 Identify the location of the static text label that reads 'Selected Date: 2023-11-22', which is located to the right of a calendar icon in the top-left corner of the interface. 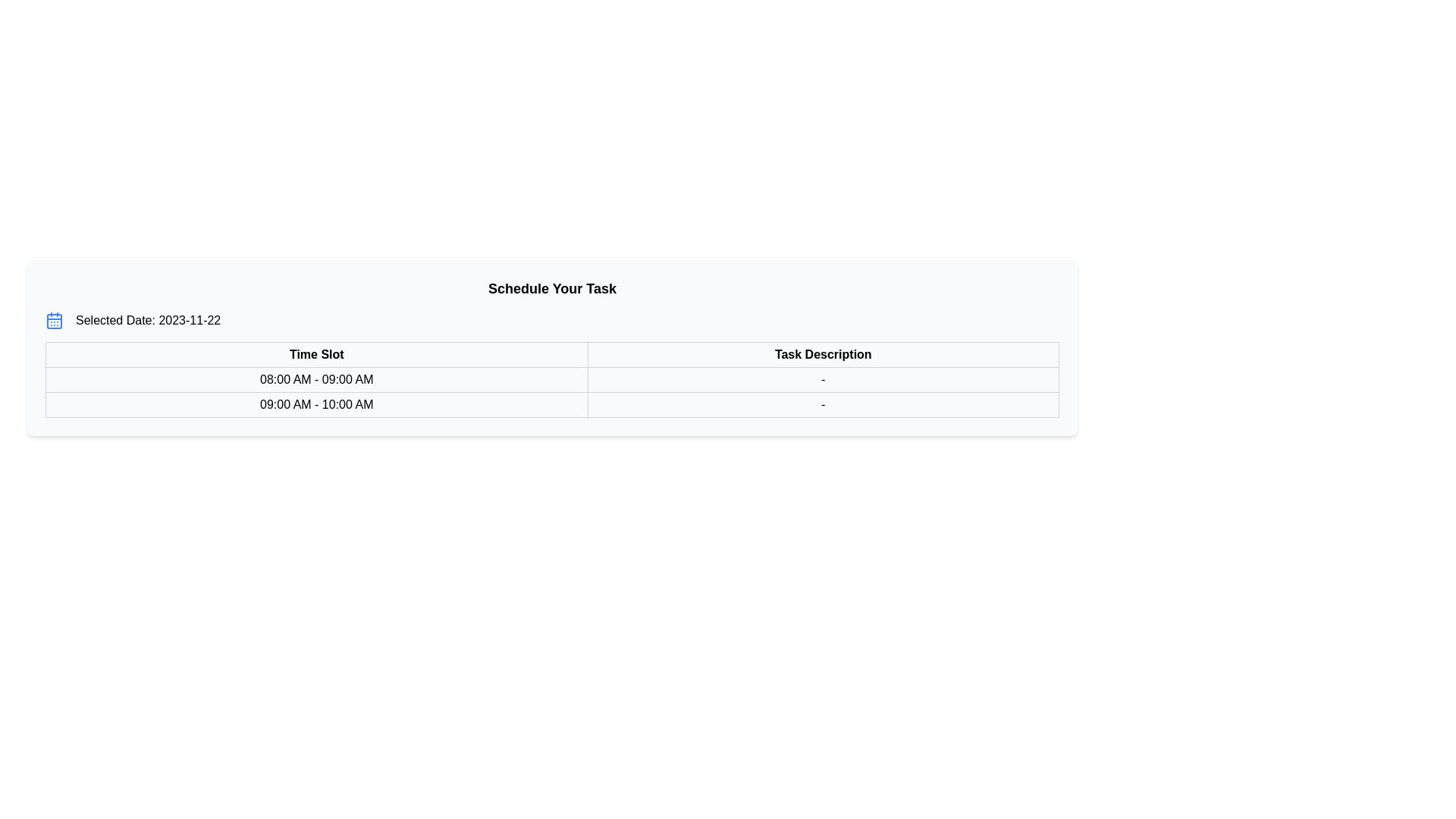
(148, 320).